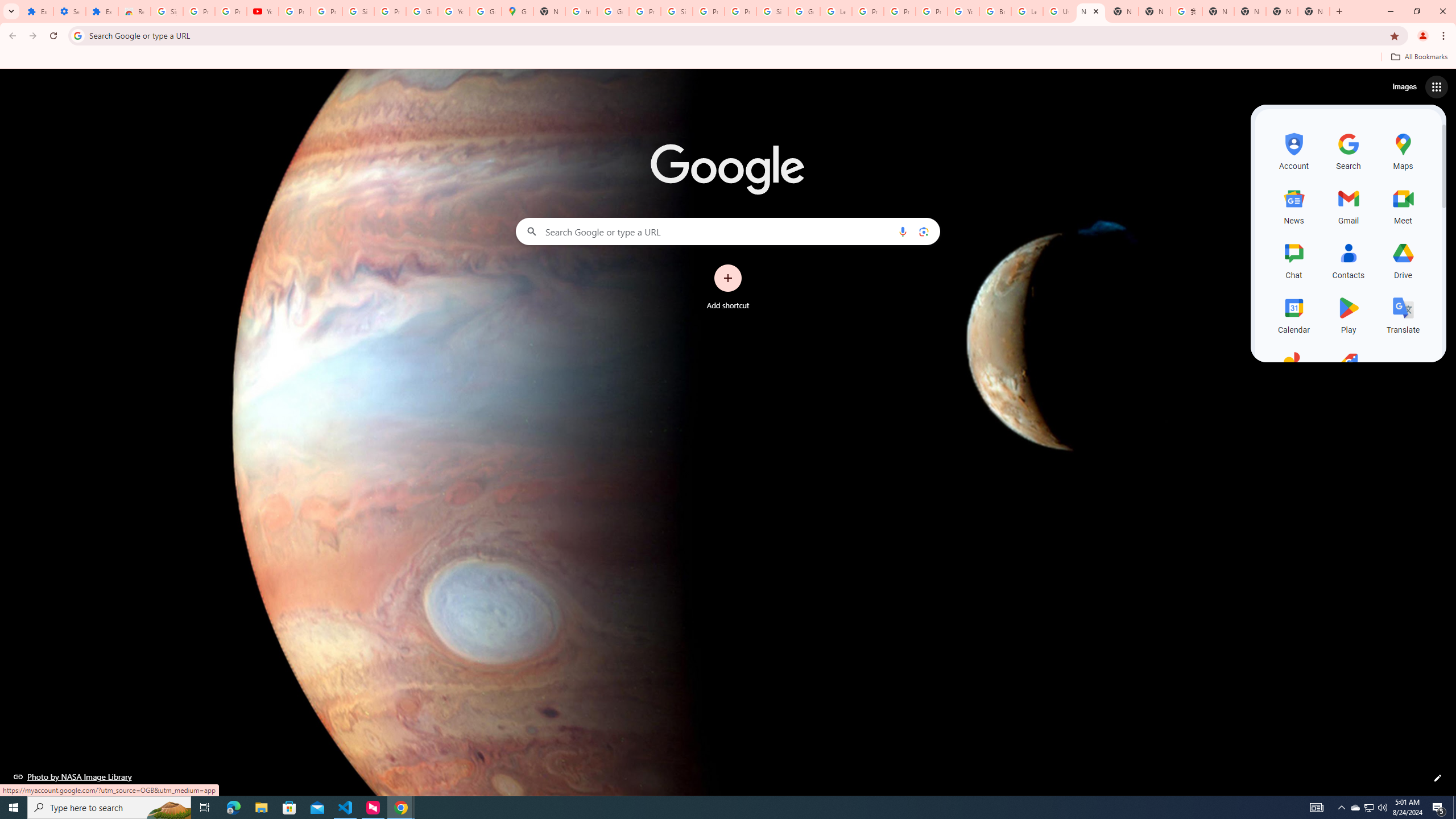 The width and height of the screenshot is (1456, 819). Describe the element at coordinates (134, 11) in the screenshot. I see `'Reviews: Helix Fruit Jump Arcade Game'` at that location.